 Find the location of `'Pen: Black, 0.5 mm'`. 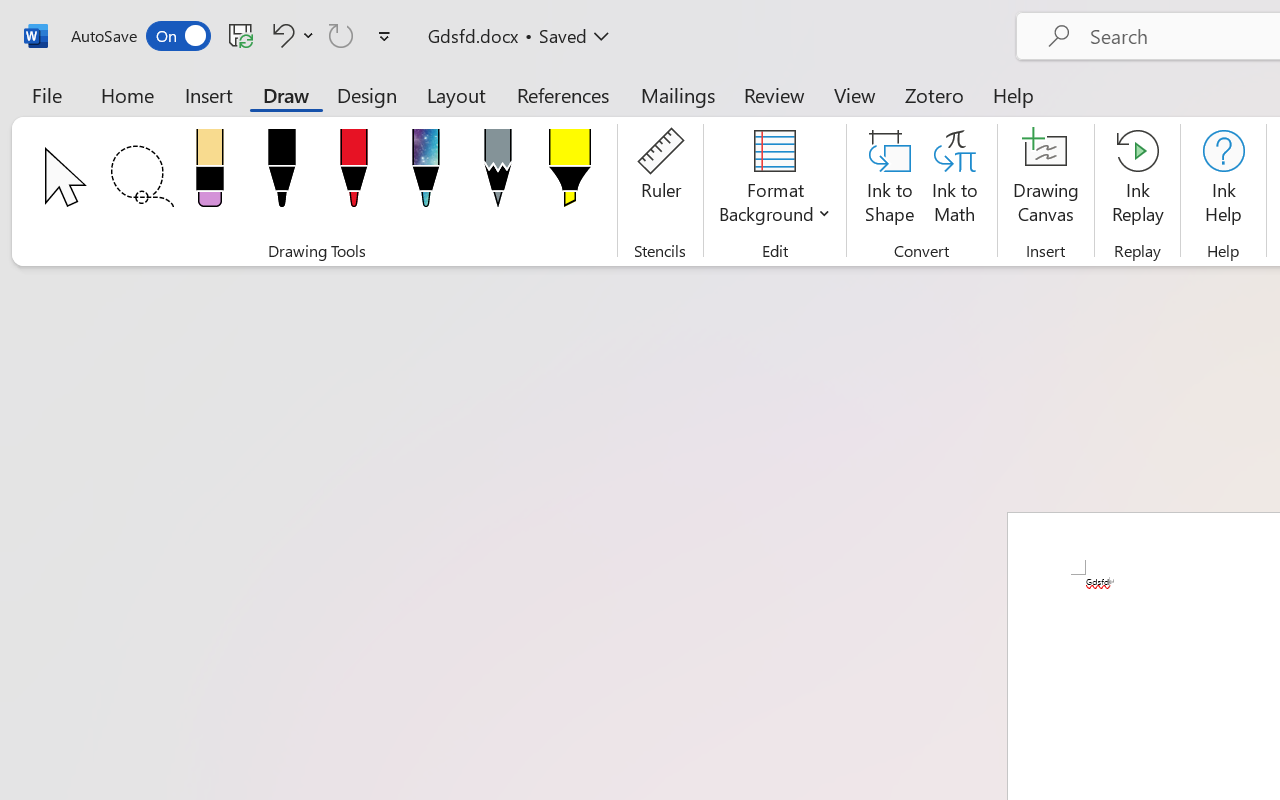

'Pen: Black, 0.5 mm' is located at coordinates (280, 173).